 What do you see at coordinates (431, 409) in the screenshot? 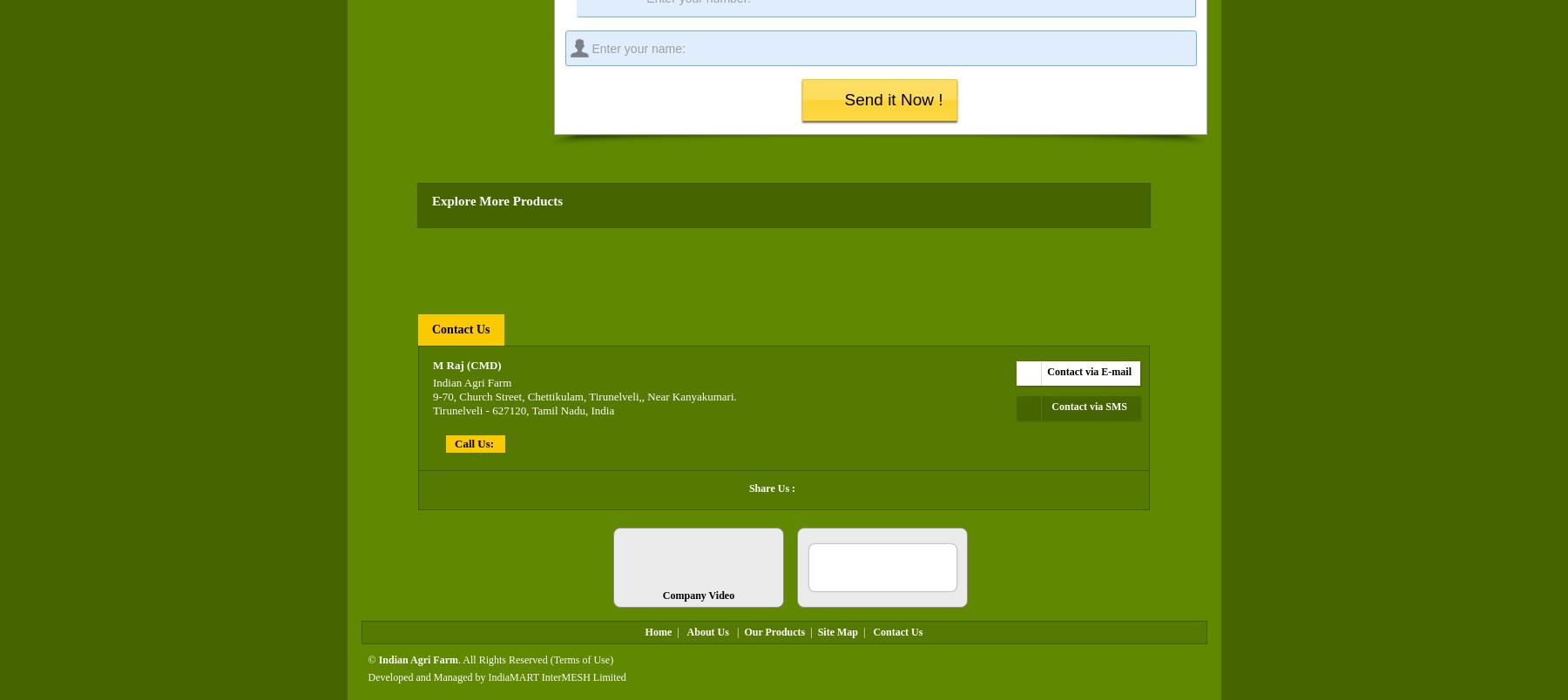
I see `'Tirunelveli'` at bounding box center [431, 409].